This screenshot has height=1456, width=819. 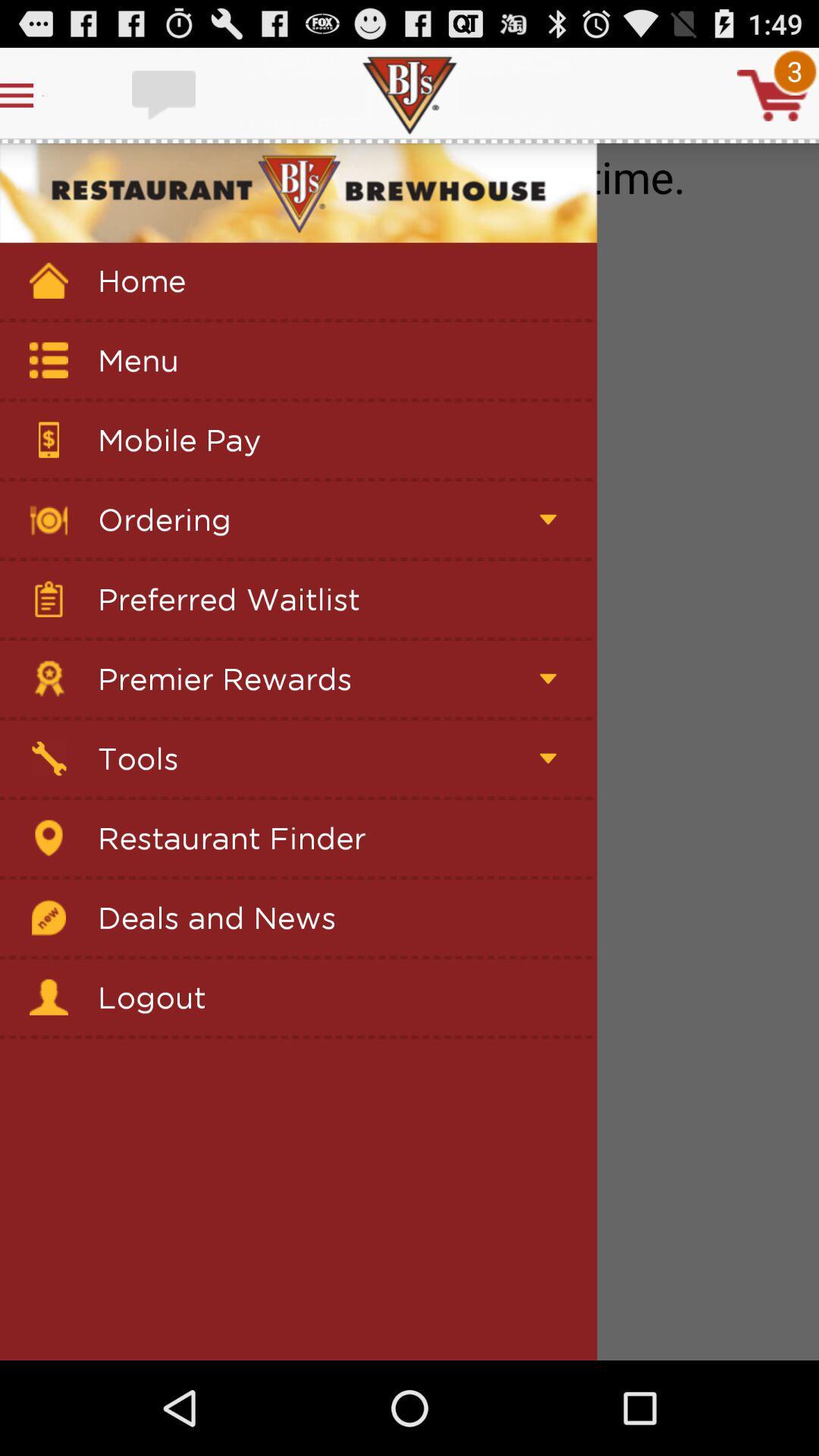 What do you see at coordinates (165, 94) in the screenshot?
I see `message the restaurant` at bounding box center [165, 94].